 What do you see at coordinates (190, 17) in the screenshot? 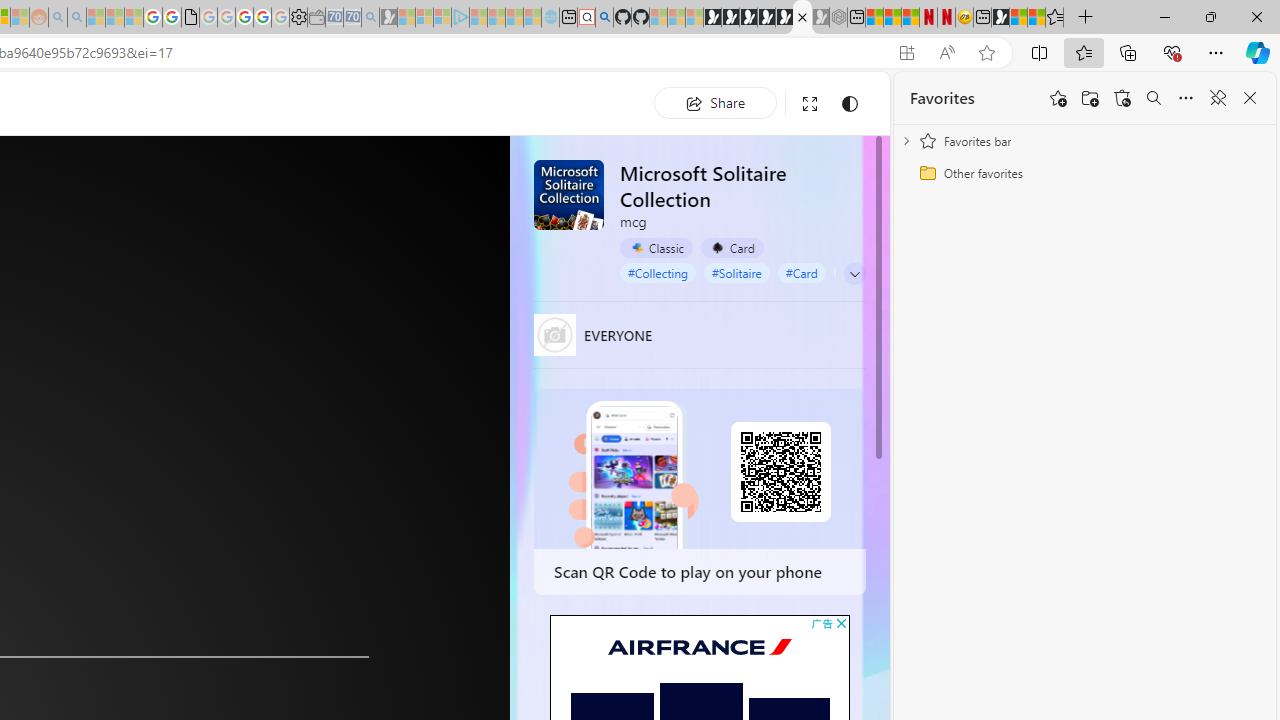
I see `'google_privacy_policy_zh-CN.pdf'` at bounding box center [190, 17].